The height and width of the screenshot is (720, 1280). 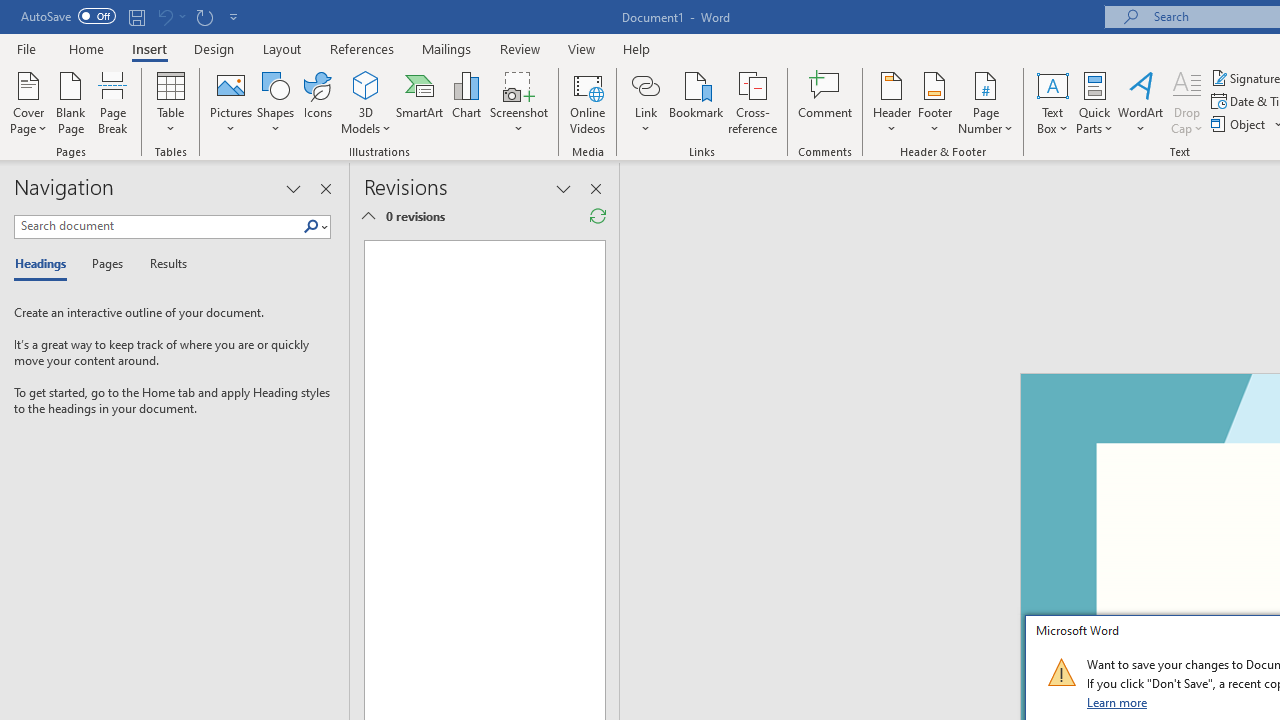 What do you see at coordinates (1060, 672) in the screenshot?
I see `'Class: NetUIImage'` at bounding box center [1060, 672].